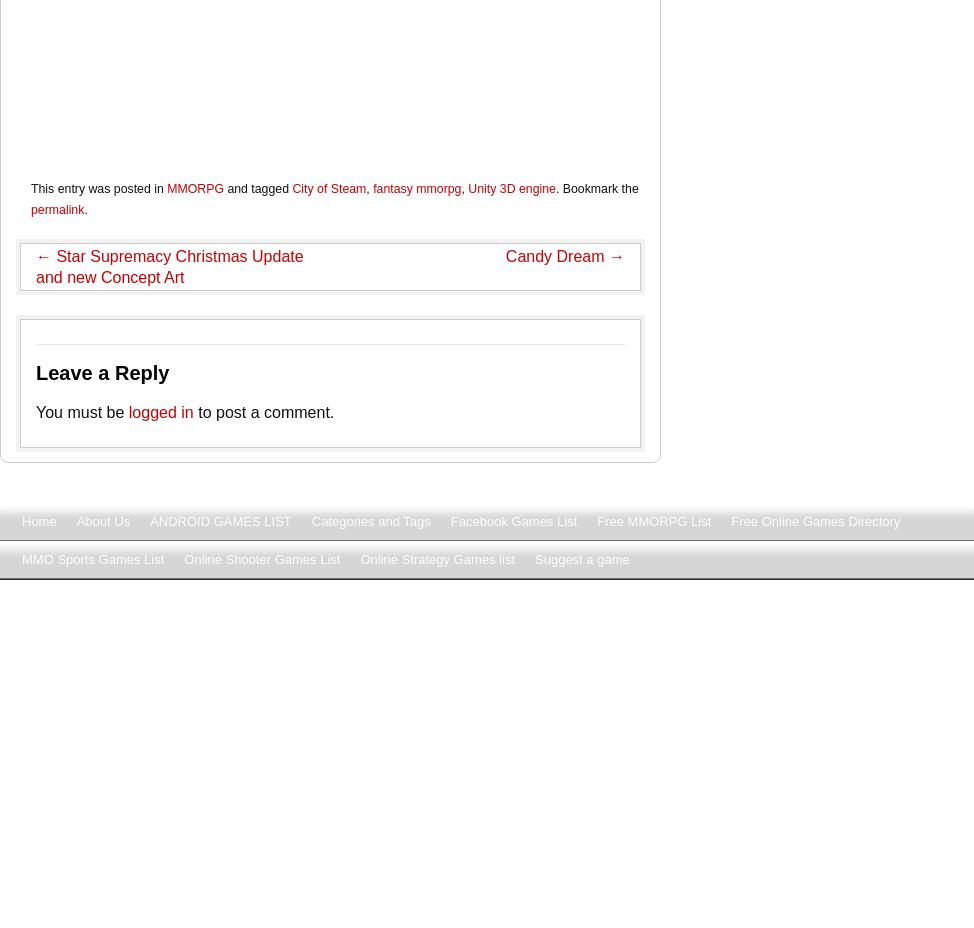  I want to click on 'permalink', so click(57, 208).